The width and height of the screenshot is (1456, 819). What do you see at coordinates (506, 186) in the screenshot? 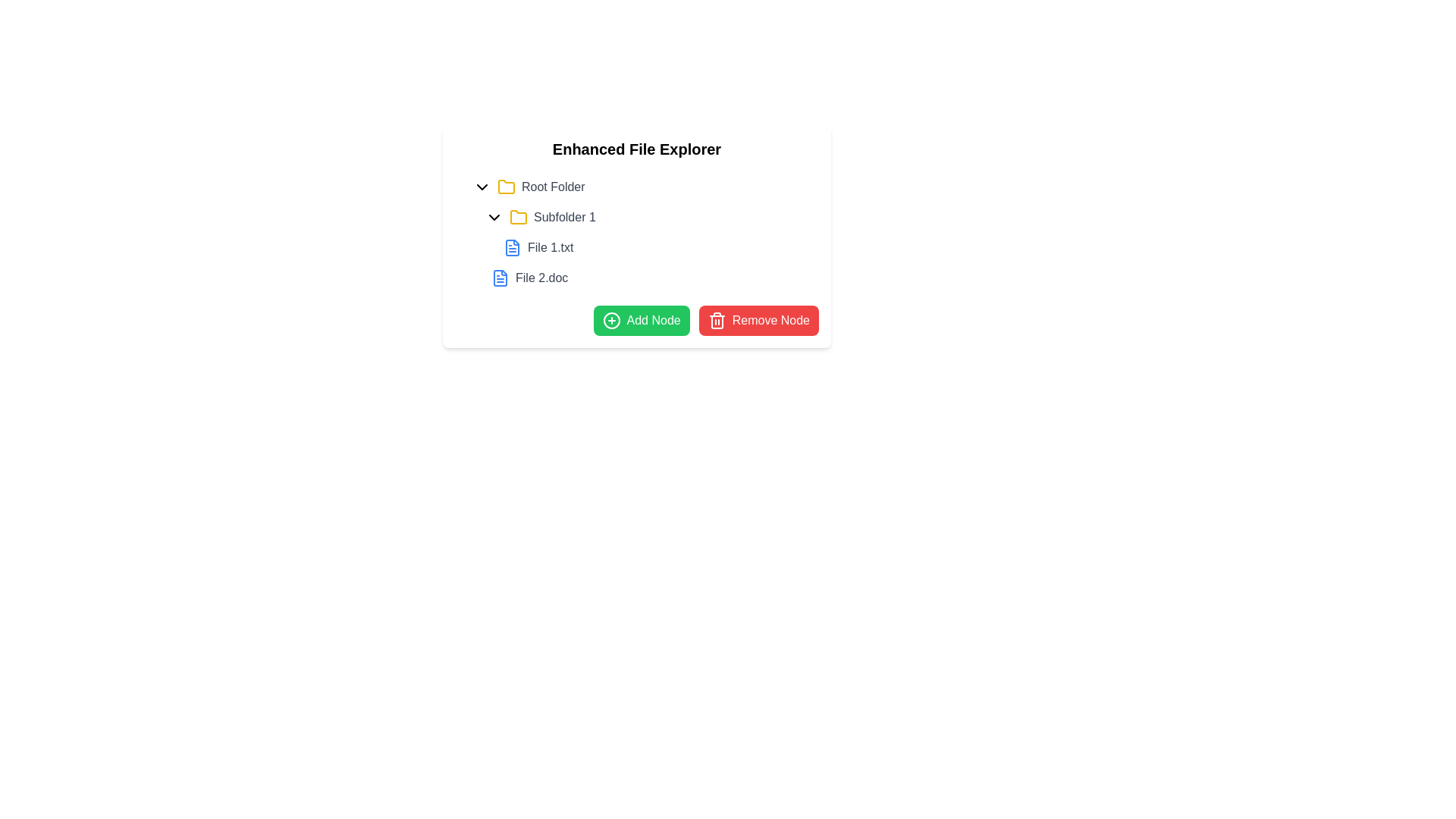
I see `the root folder icon in the file explorer layout, which is visually identified as a folder and located to the immediate left of the text 'Root Folder'` at bounding box center [506, 186].